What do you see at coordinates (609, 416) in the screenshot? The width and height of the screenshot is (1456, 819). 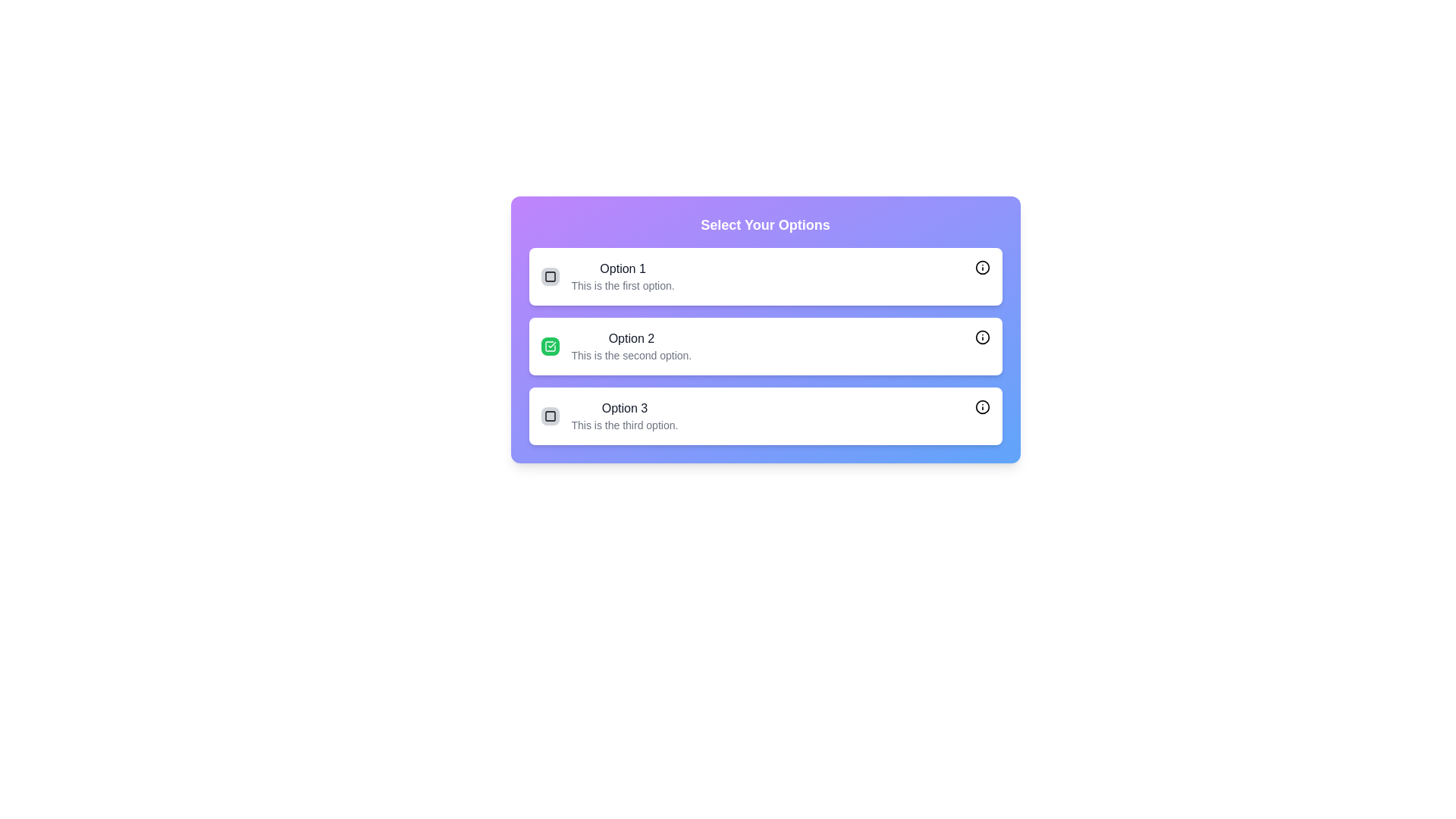 I see `the text label of the third selectable option with a checkbox to focus on the option details` at bounding box center [609, 416].